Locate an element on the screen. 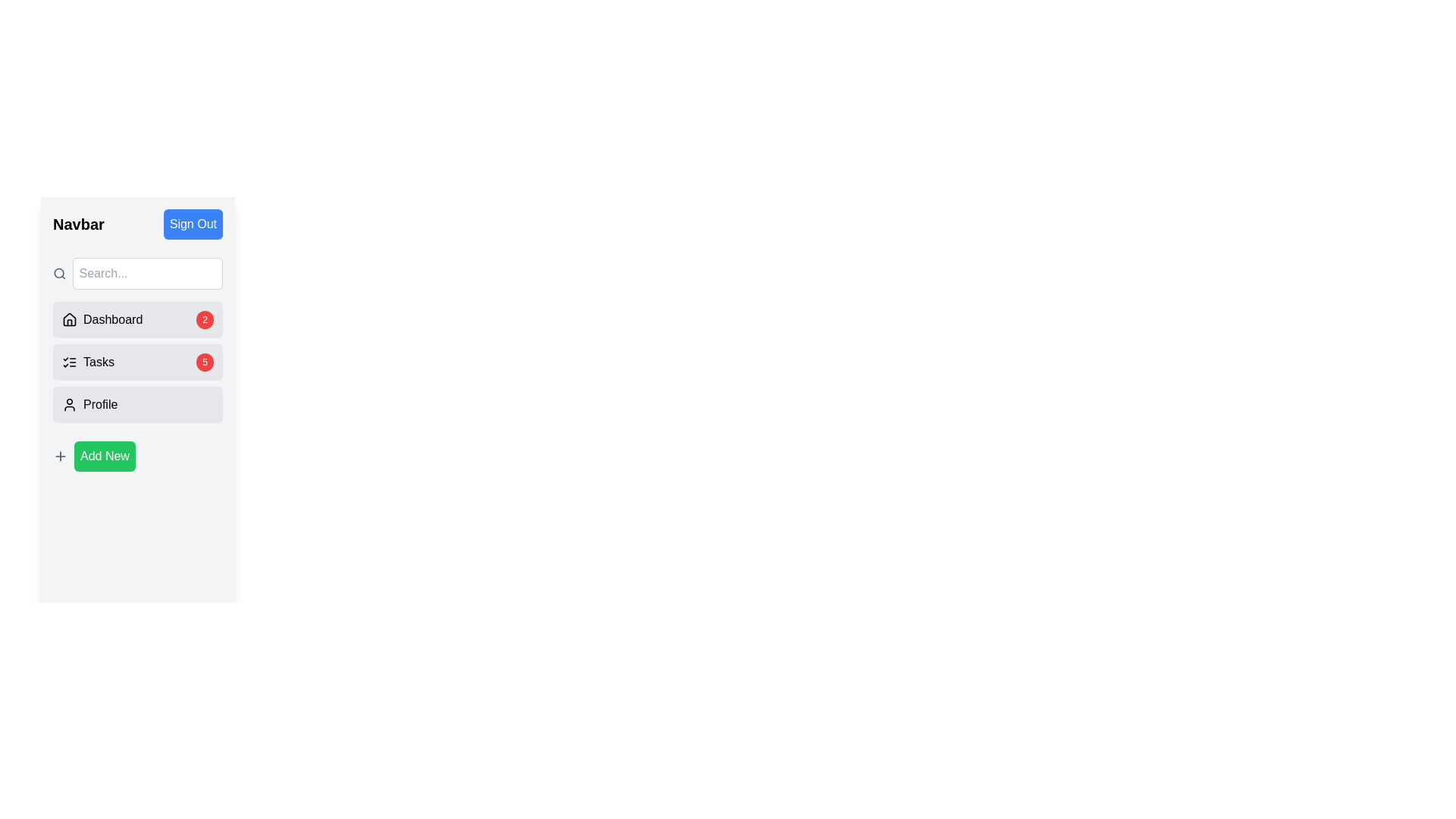 The height and width of the screenshot is (819, 1456). the 'Tasks' button-like menu item located in the main navigation bar, which is the second item below 'Dashboard' and above 'Profile', to observe any tooltip or styling changes is located at coordinates (138, 362).